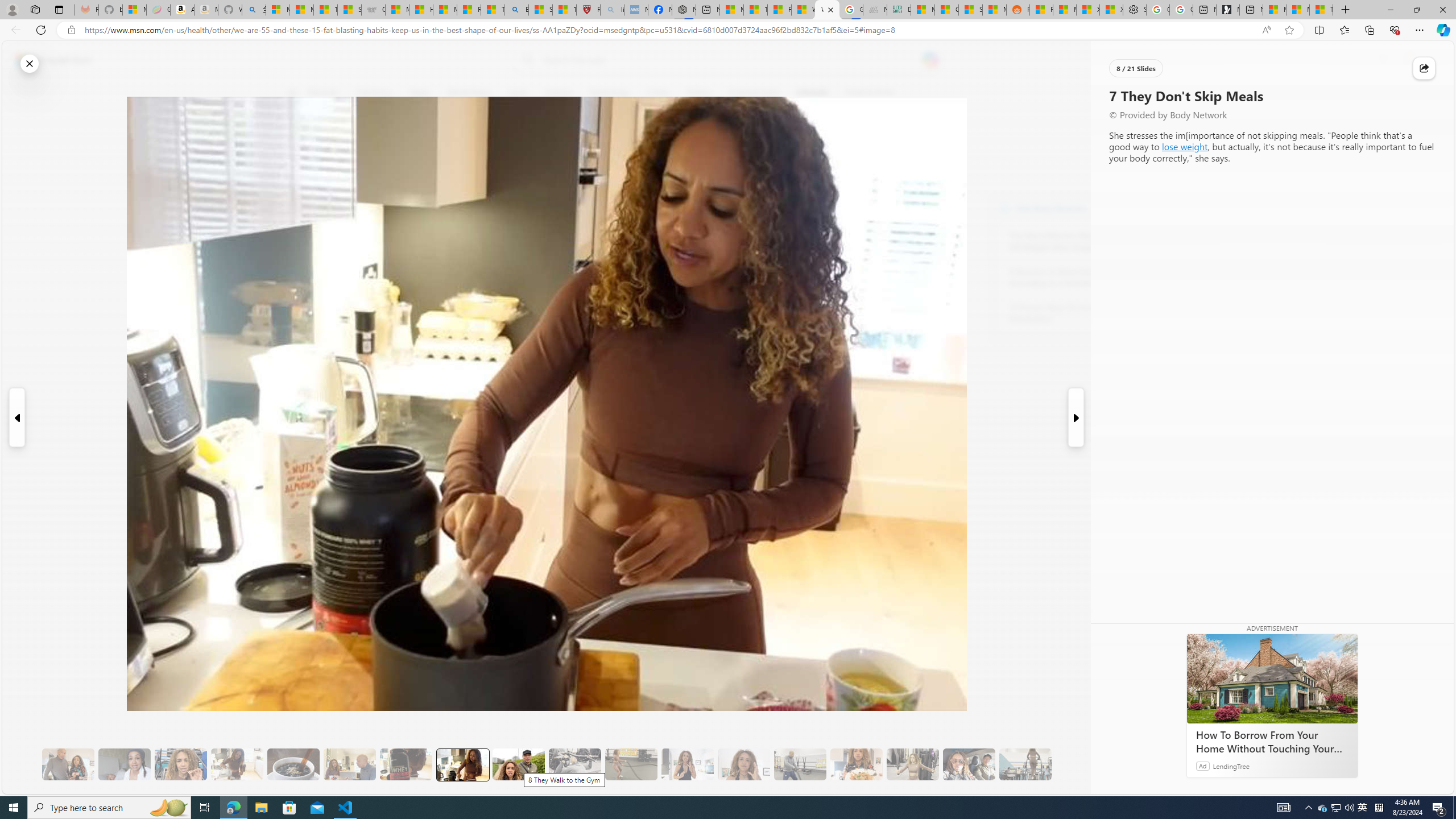 The width and height of the screenshot is (1456, 819). I want to click on 'Class: at-item', so click(299, 266).